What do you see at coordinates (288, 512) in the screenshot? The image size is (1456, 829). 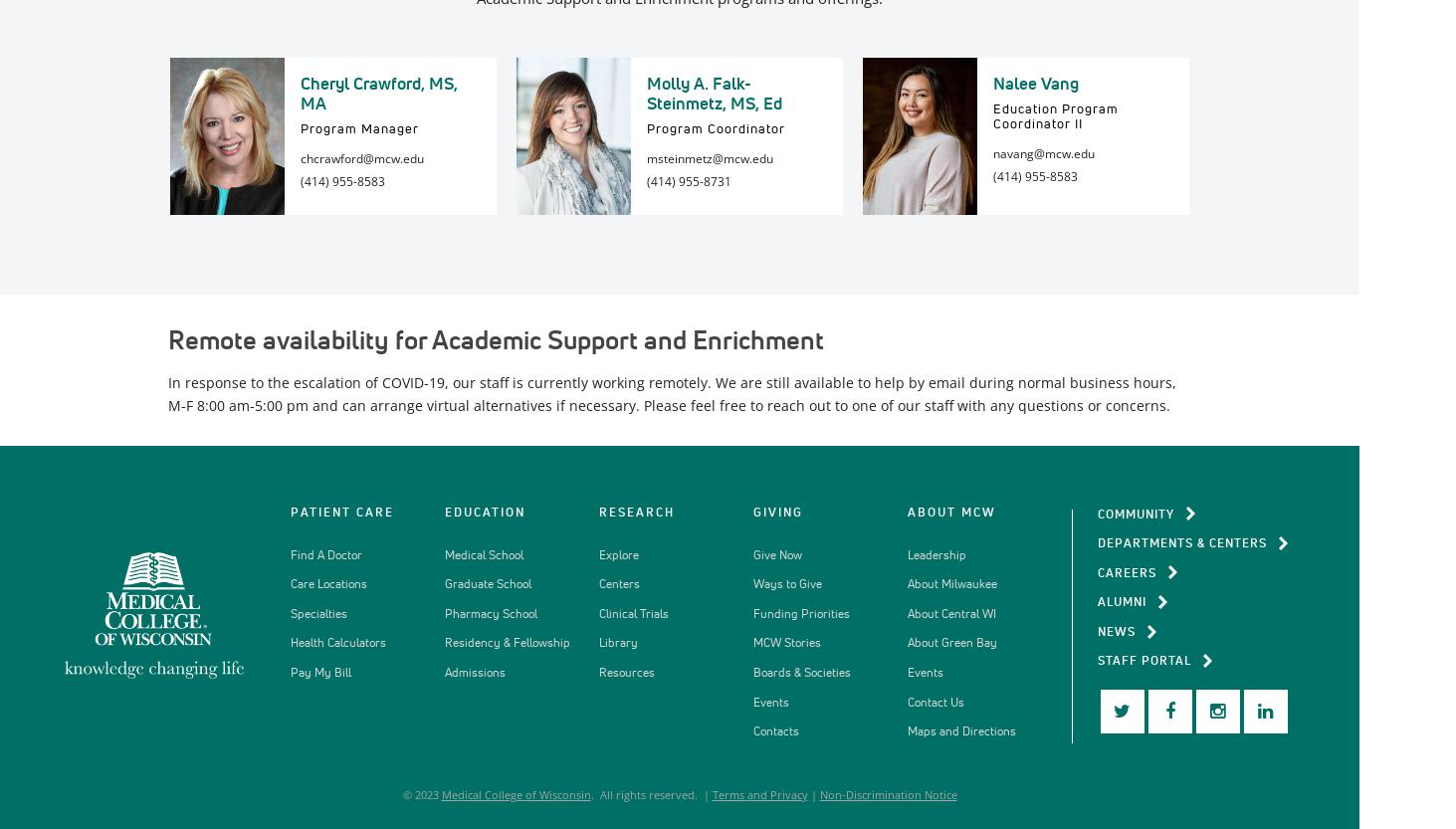 I see `'Patient Care'` at bounding box center [288, 512].